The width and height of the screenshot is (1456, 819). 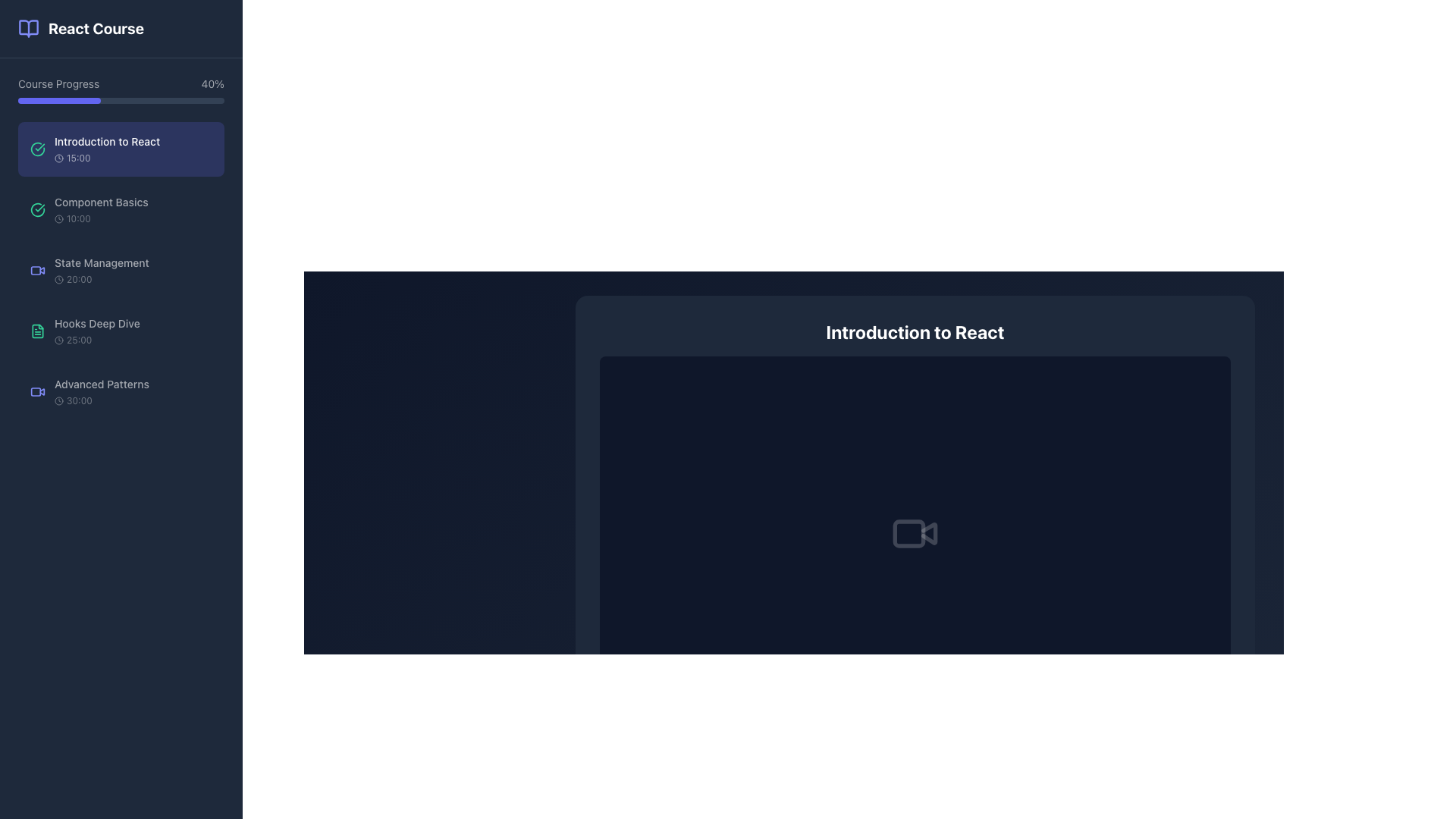 What do you see at coordinates (133, 210) in the screenshot?
I see `the navigational menu item labeled 'Component Basics' located in the left sidebar` at bounding box center [133, 210].